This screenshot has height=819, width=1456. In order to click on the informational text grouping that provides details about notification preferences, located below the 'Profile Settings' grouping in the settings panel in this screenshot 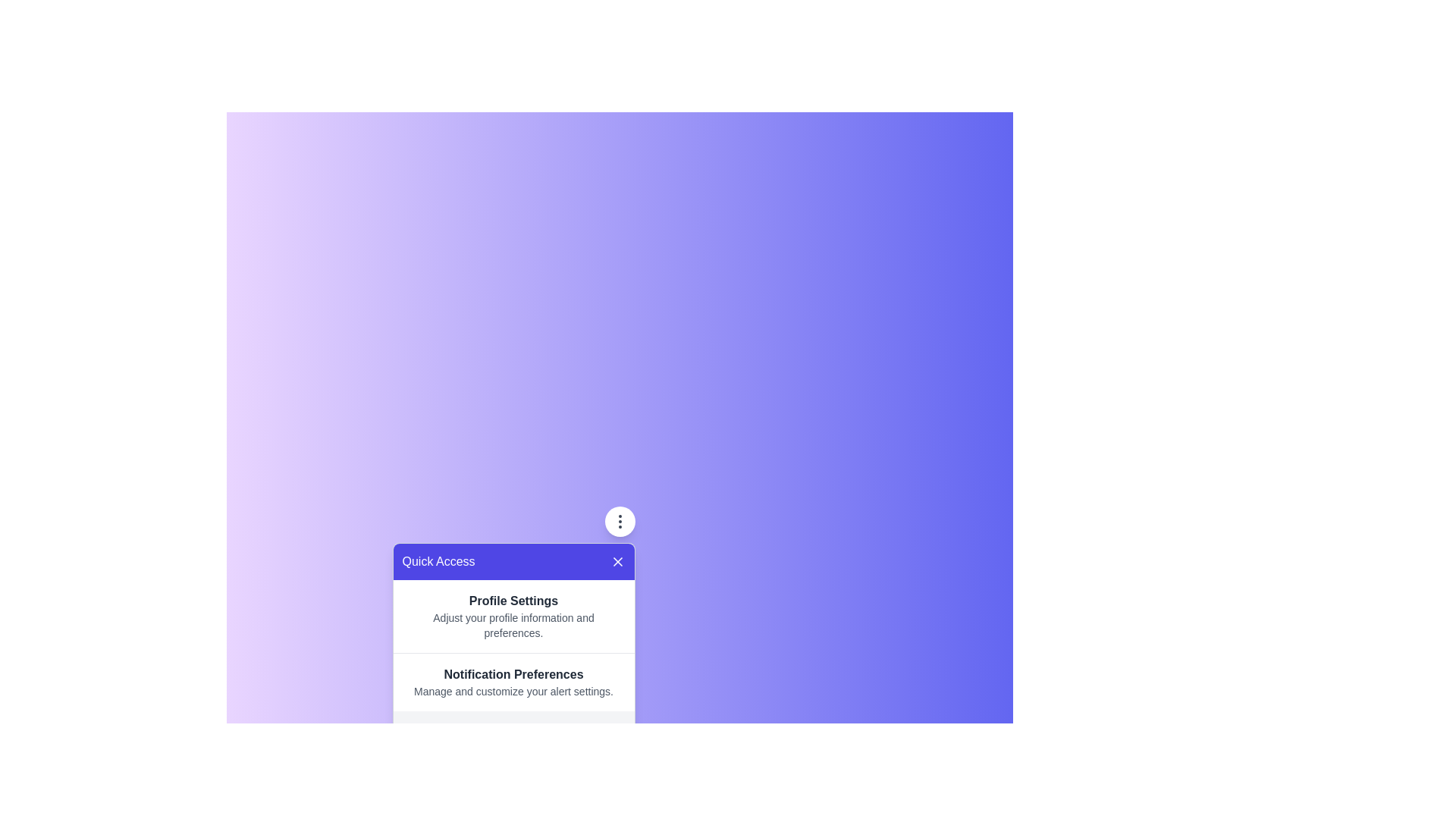, I will do `click(513, 681)`.